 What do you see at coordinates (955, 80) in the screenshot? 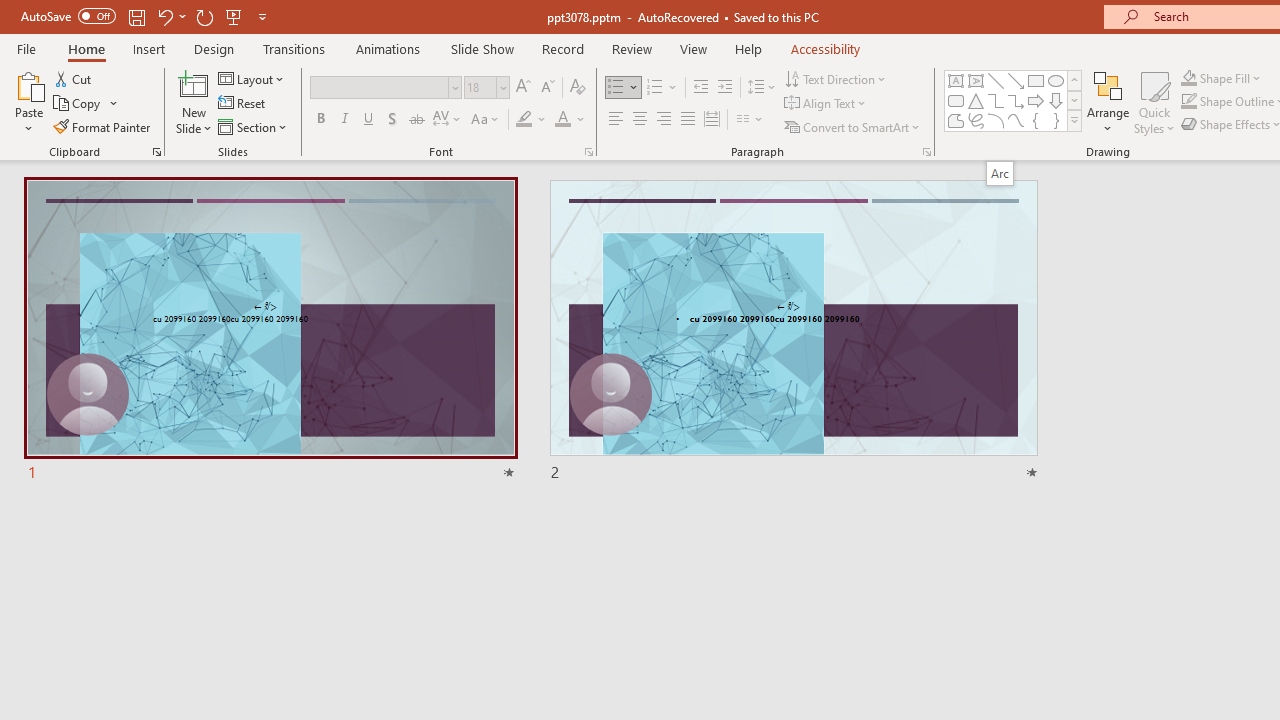
I see `'Text Box'` at bounding box center [955, 80].